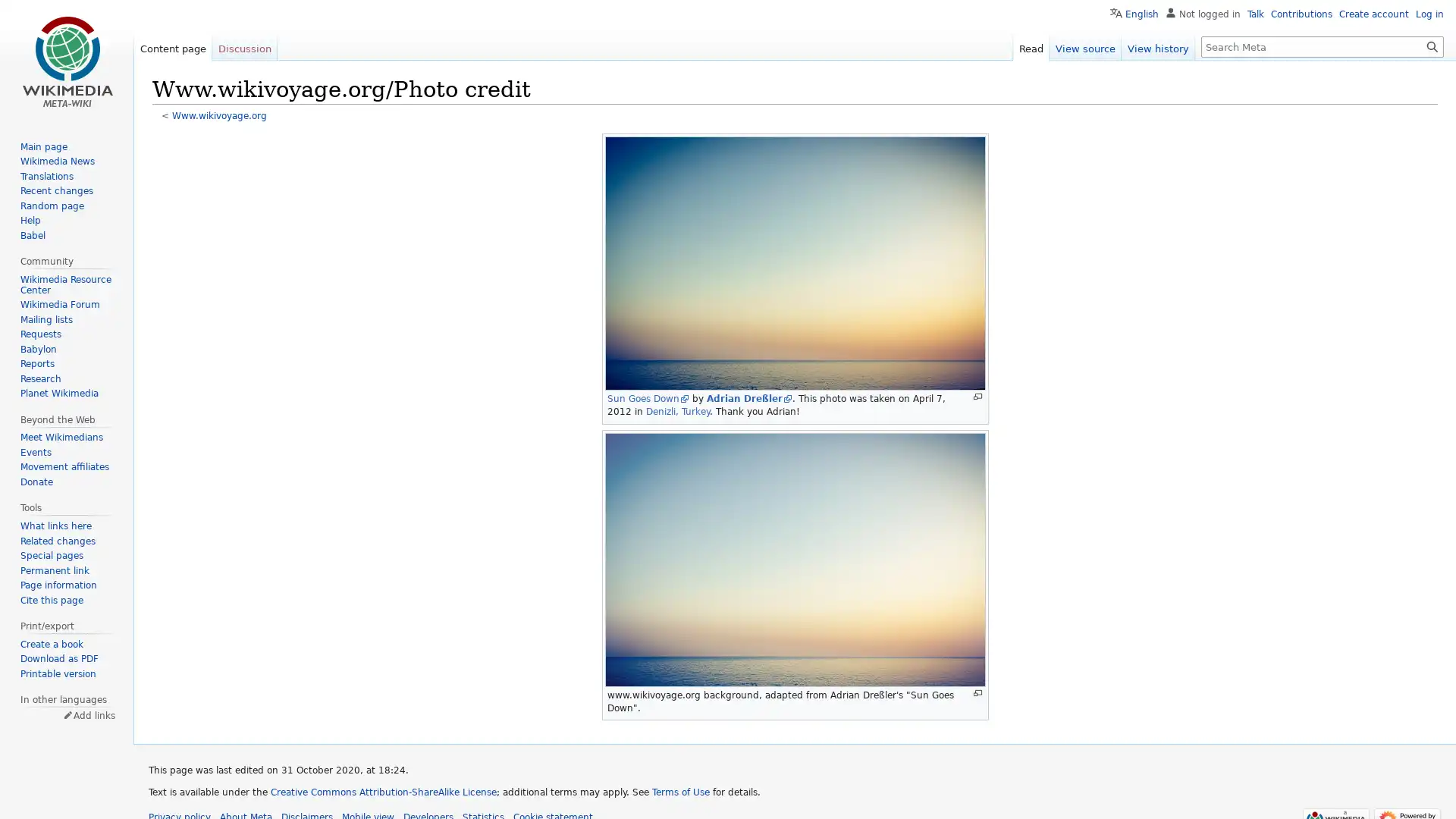 This screenshot has height=819, width=1456. Describe the element at coordinates (1432, 45) in the screenshot. I see `Search` at that location.